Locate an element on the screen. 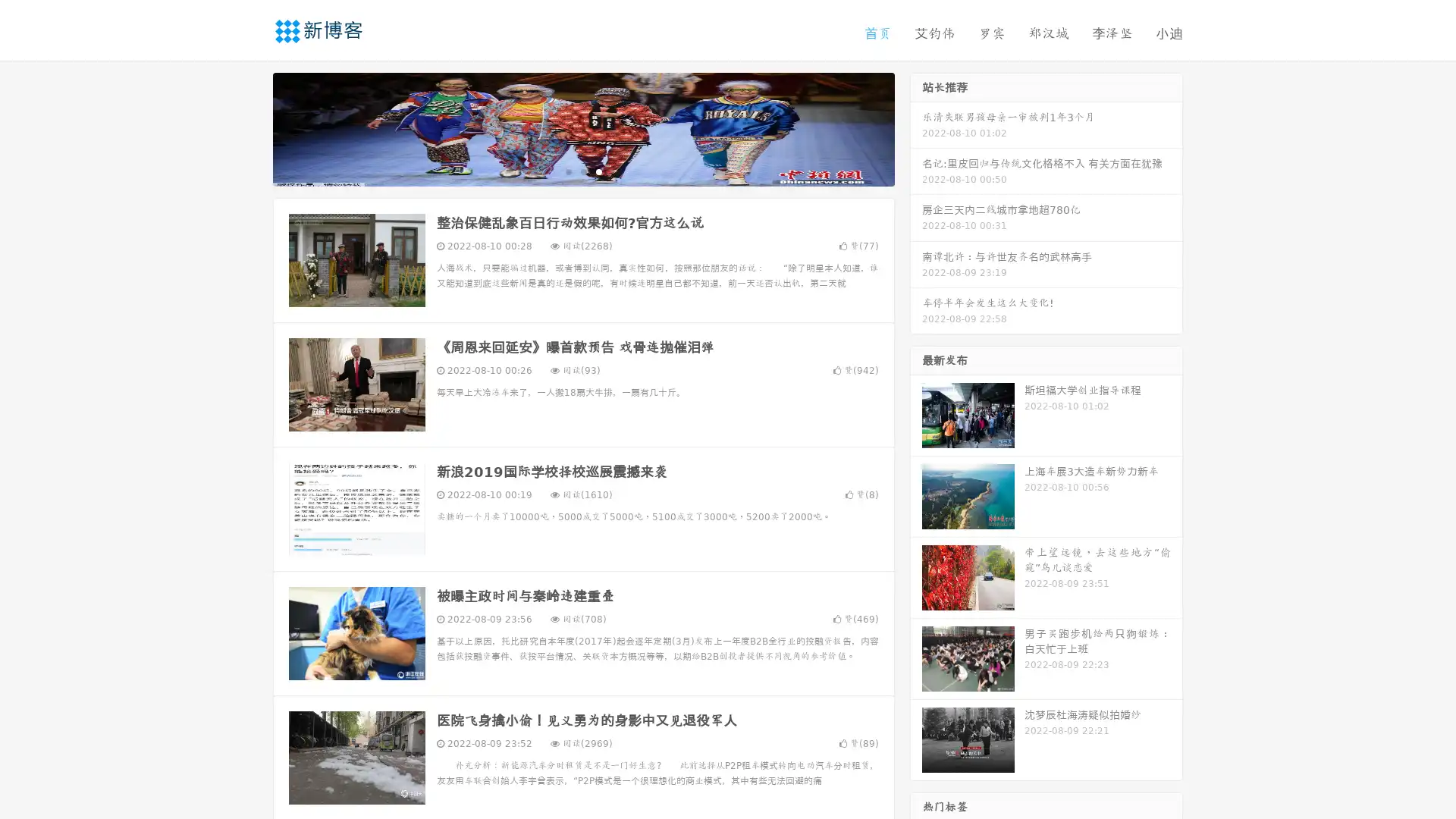  Go to slide 2 is located at coordinates (582, 171).